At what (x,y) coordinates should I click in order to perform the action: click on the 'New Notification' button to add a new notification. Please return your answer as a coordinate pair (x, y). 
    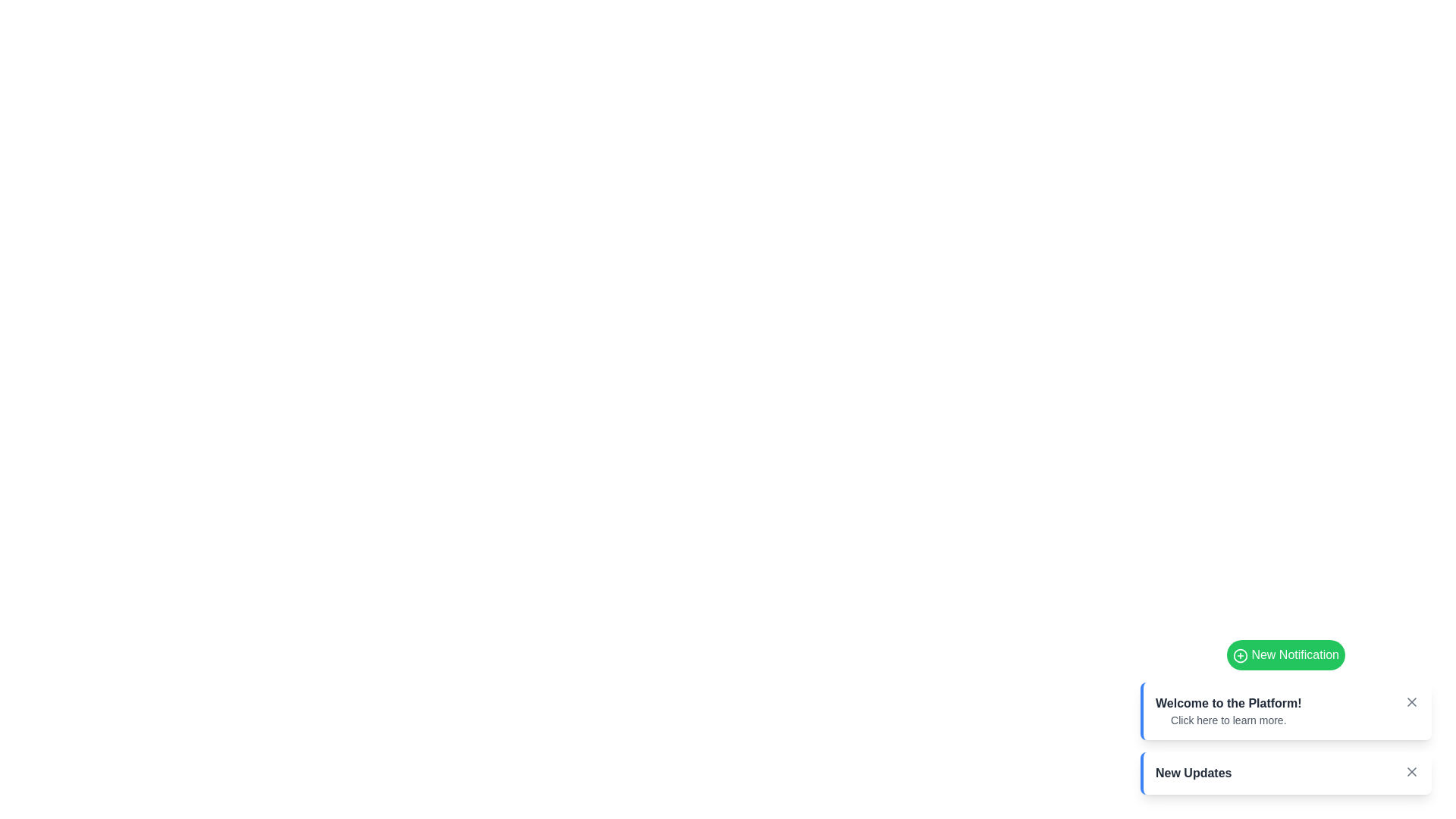
    Looking at the image, I should click on (1285, 654).